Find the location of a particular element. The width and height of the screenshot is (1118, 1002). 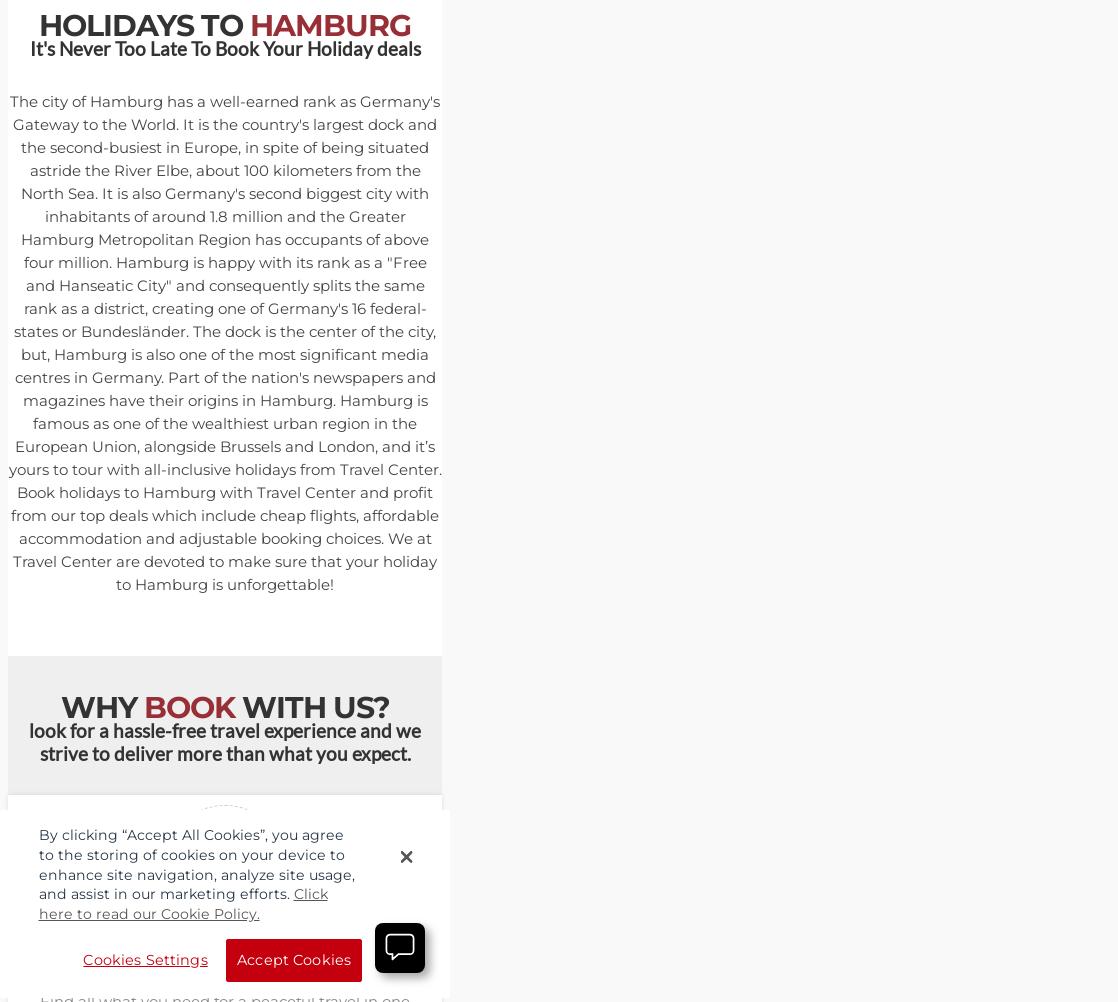

'BOOK' is located at coordinates (188, 707).